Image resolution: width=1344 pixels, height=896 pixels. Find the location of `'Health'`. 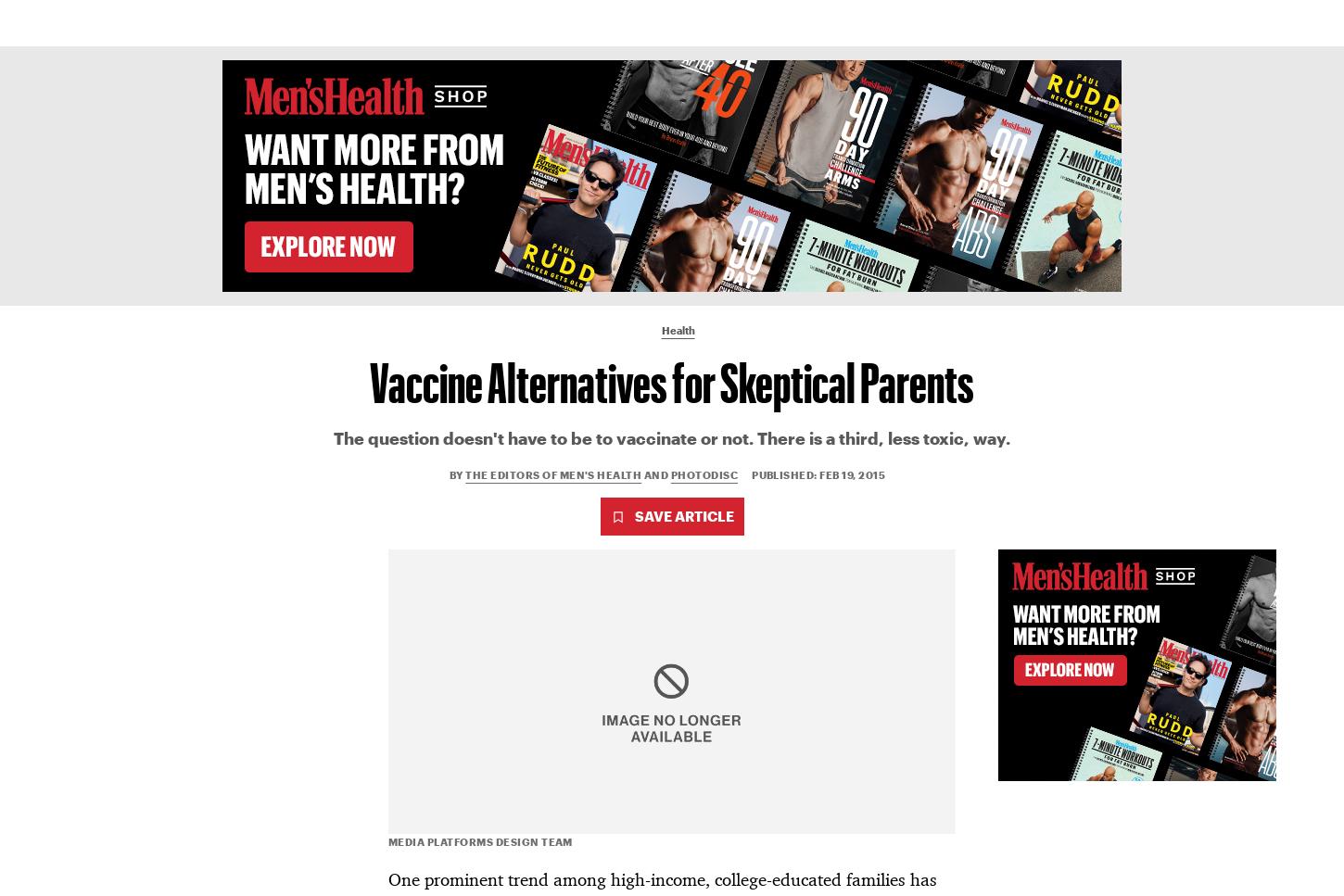

'Health' is located at coordinates (306, 21).